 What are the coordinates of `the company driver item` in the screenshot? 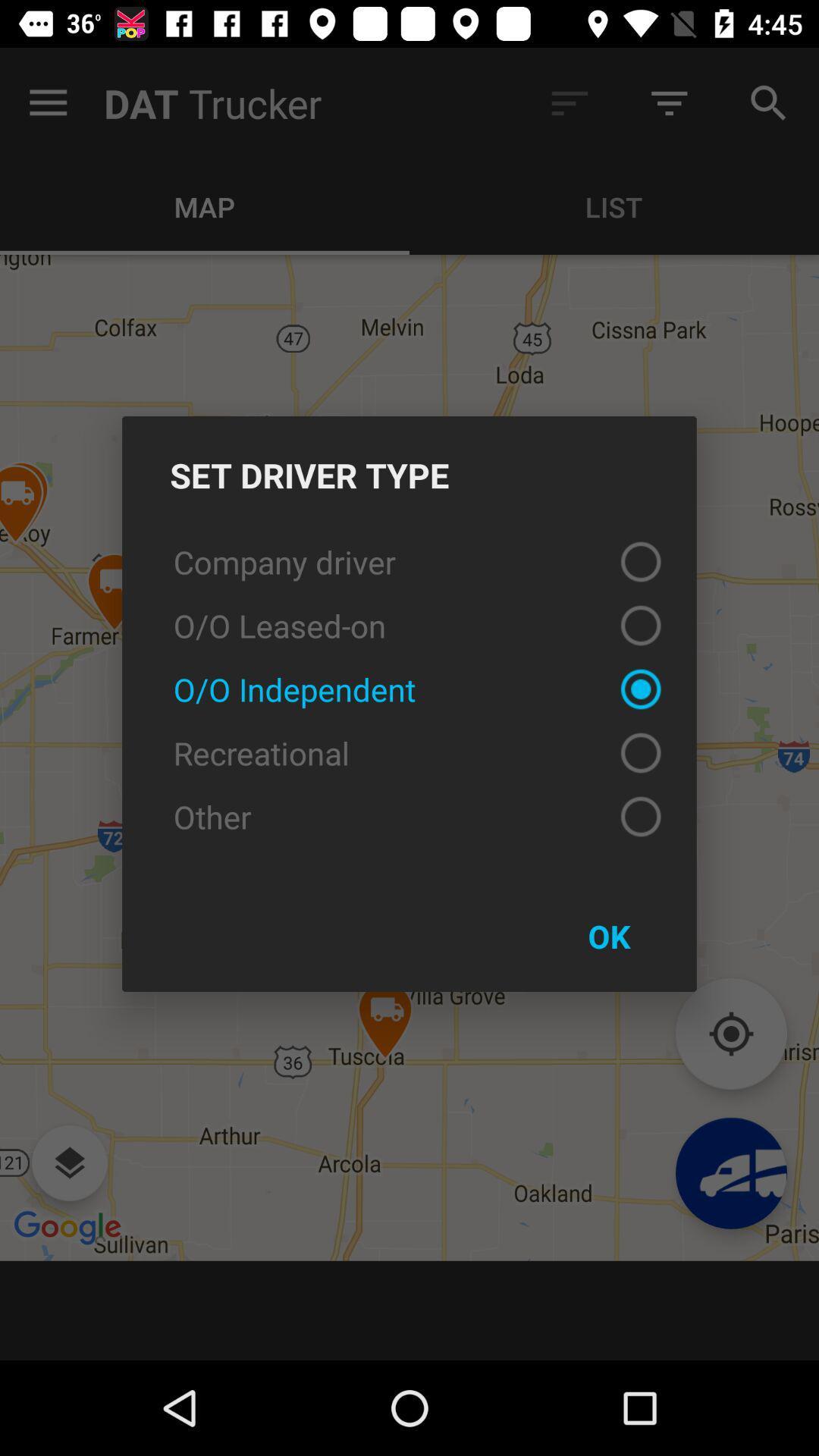 It's located at (409, 560).